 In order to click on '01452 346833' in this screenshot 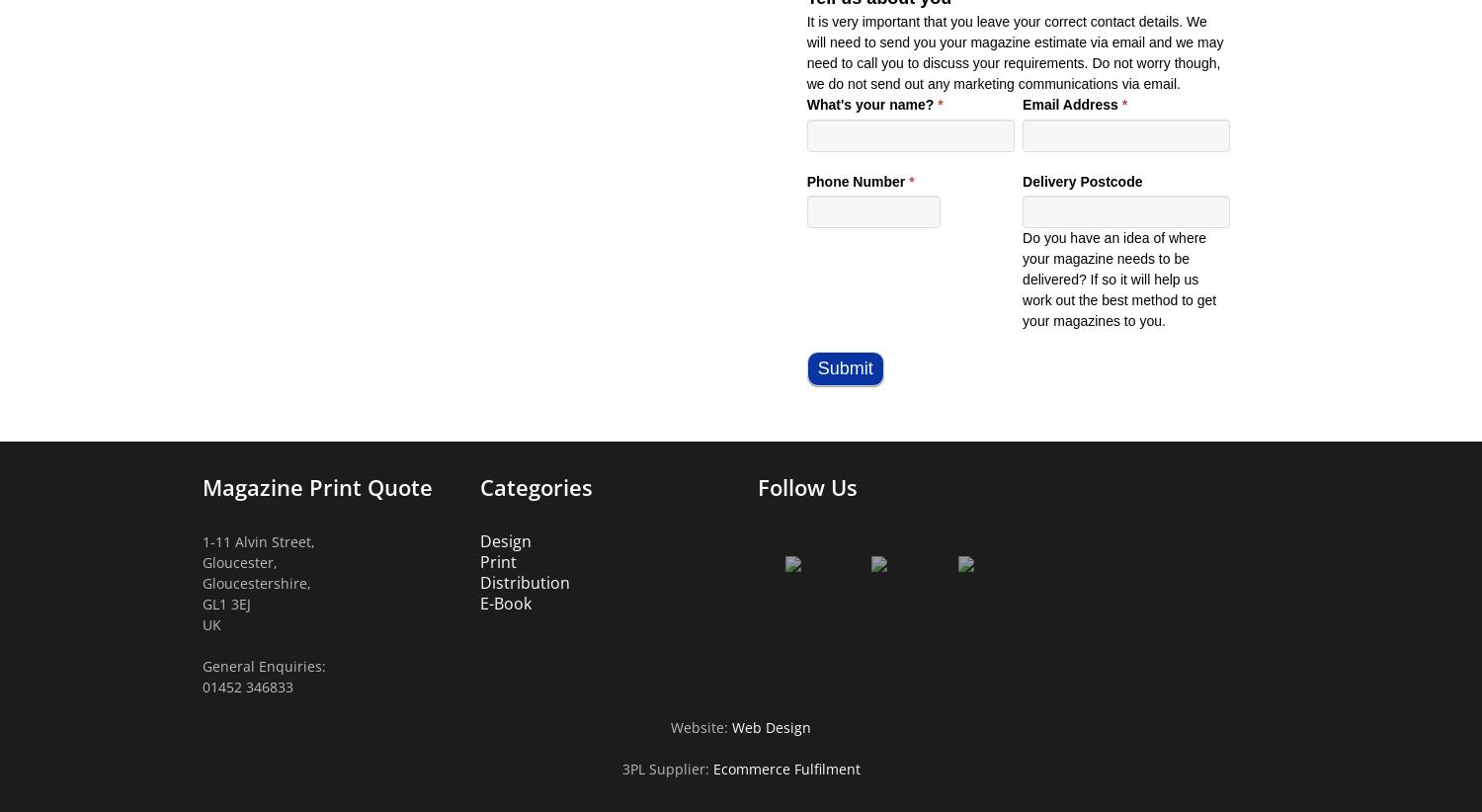, I will do `click(202, 686)`.